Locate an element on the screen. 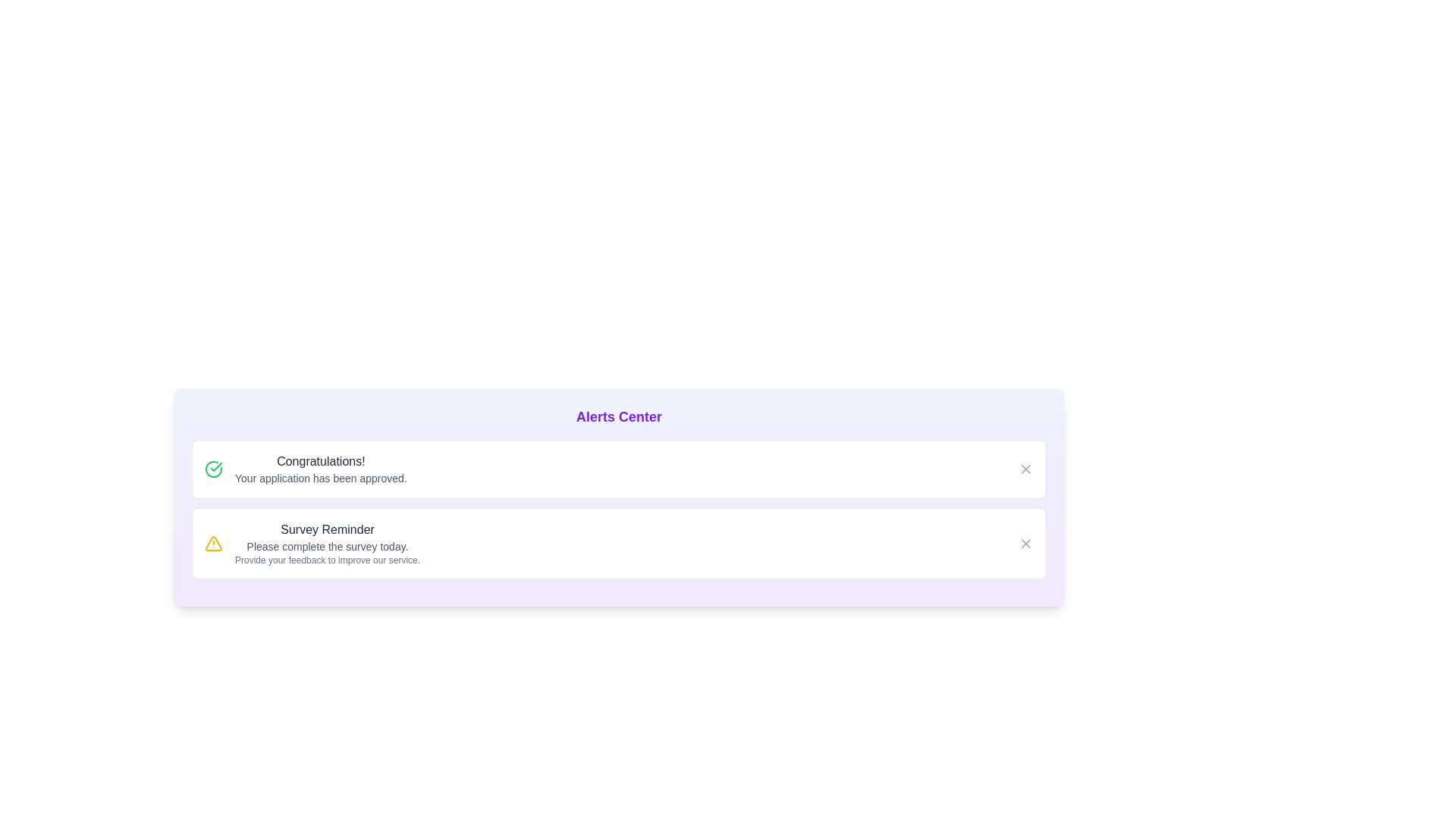 This screenshot has height=819, width=1456. the detail text of the alert to interact with it is located at coordinates (327, 560).